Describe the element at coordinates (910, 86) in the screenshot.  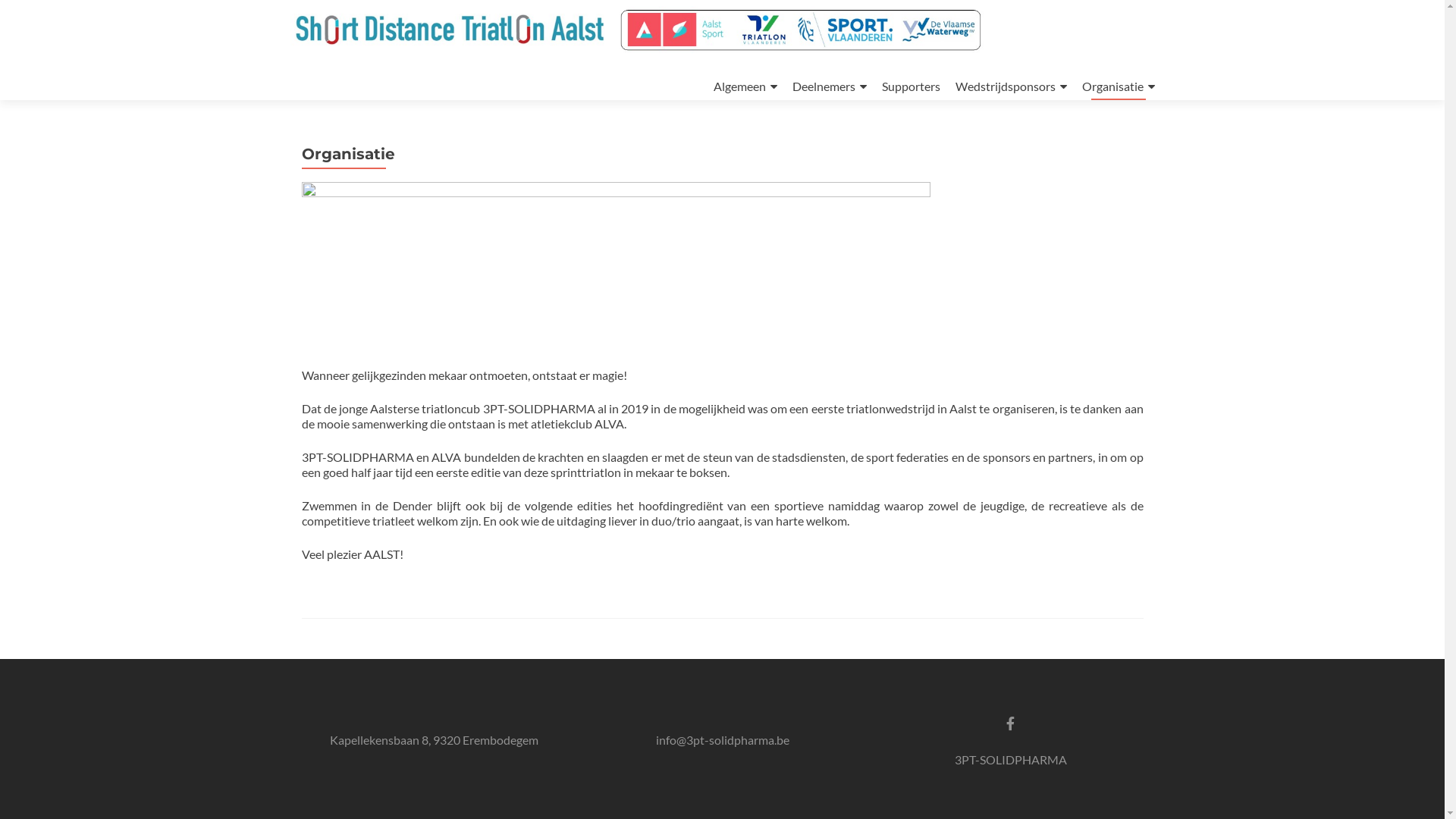
I see `'Supporters'` at that location.